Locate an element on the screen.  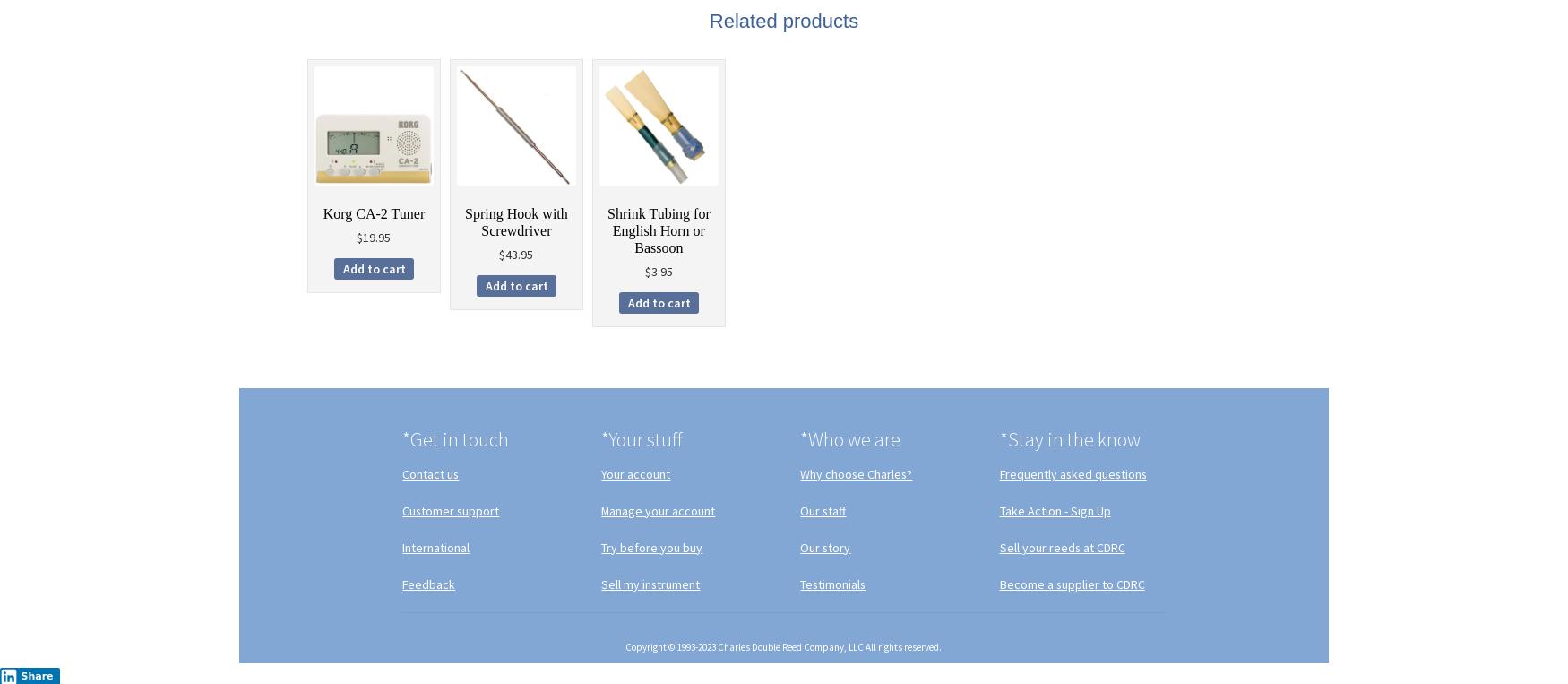
'Our staff' is located at coordinates (822, 508).